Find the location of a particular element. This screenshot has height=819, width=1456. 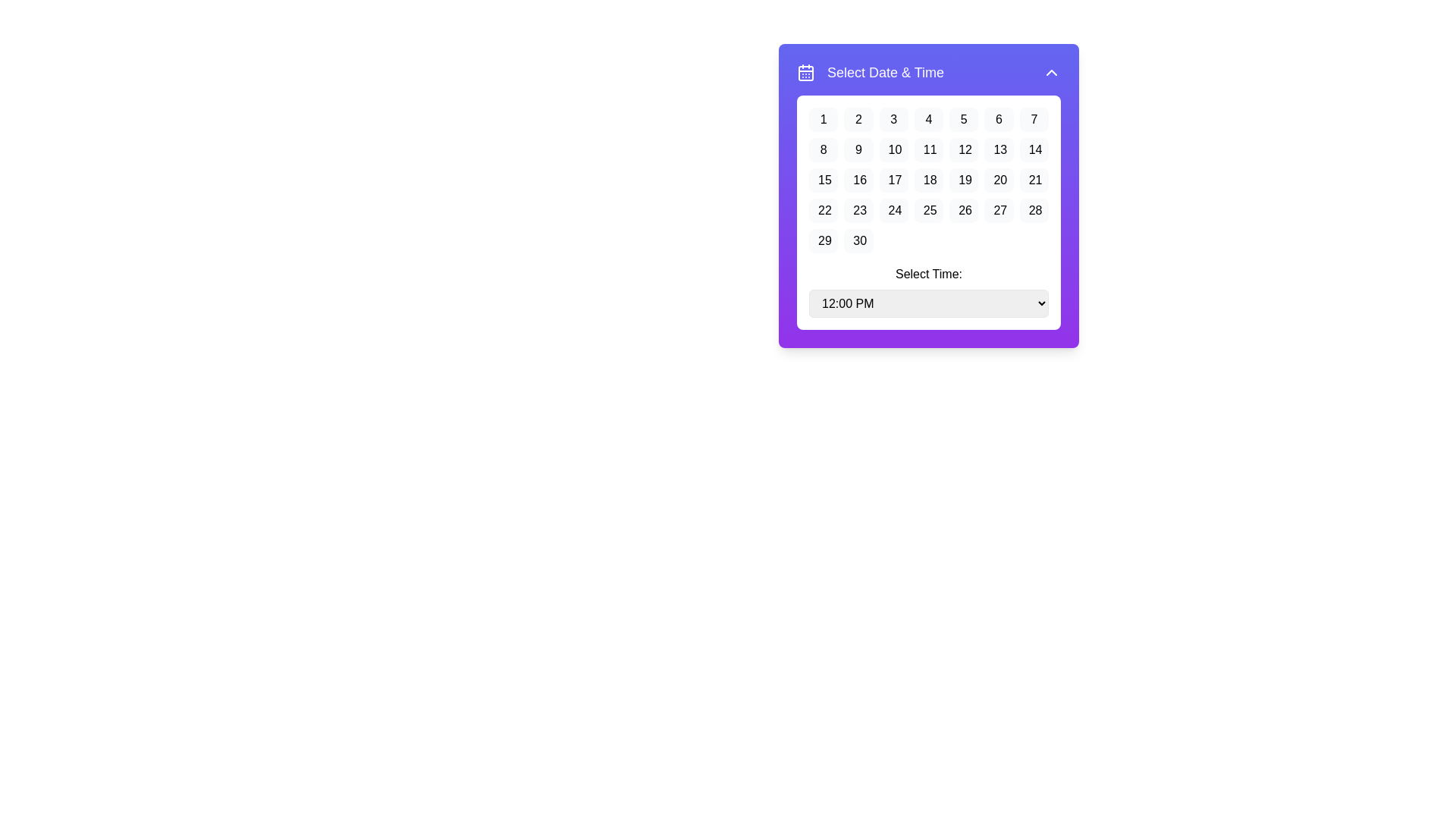

the selectable date button for the 16th day in the calendar interface is located at coordinates (858, 180).